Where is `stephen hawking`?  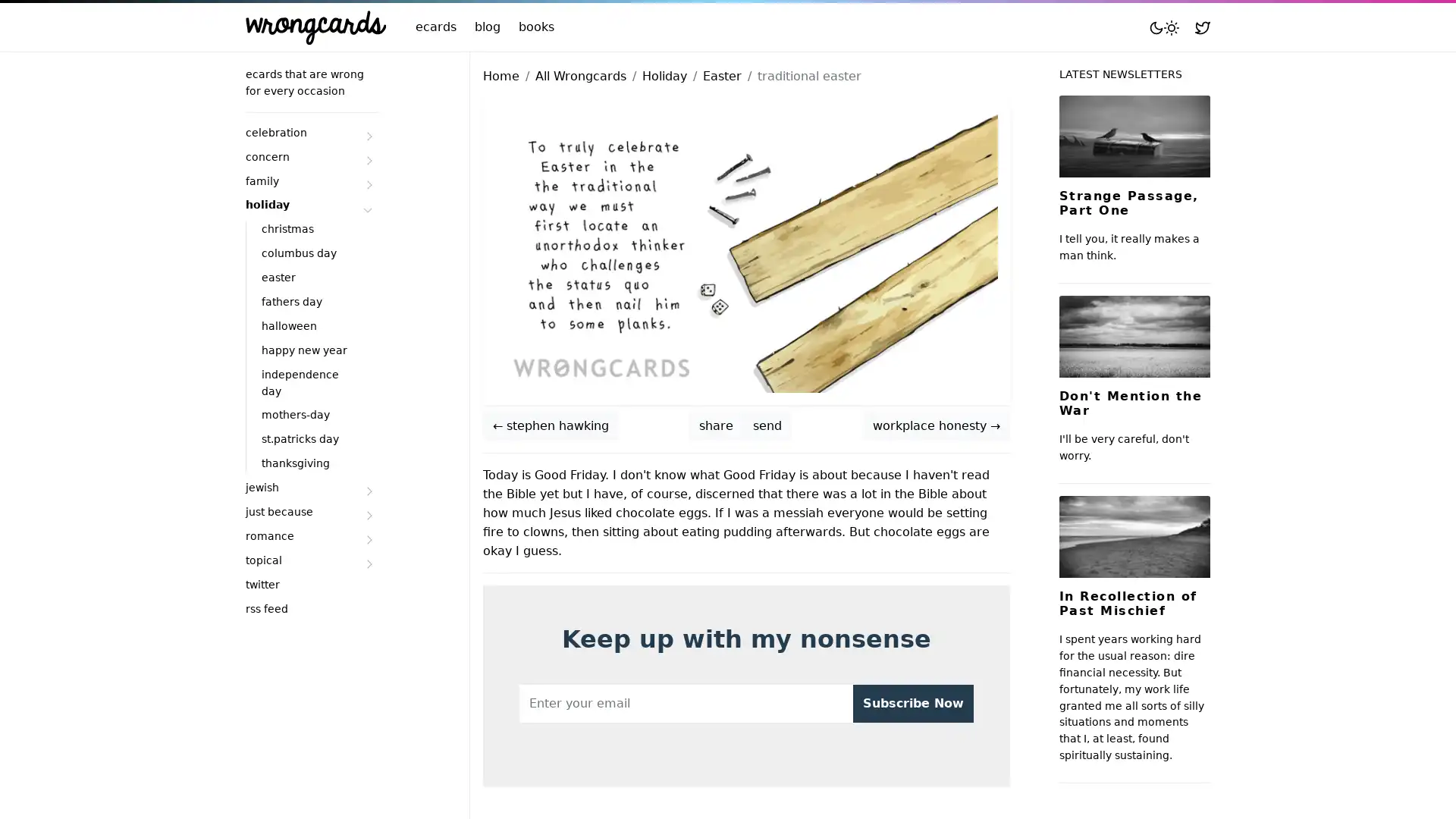
stephen hawking is located at coordinates (550, 425).